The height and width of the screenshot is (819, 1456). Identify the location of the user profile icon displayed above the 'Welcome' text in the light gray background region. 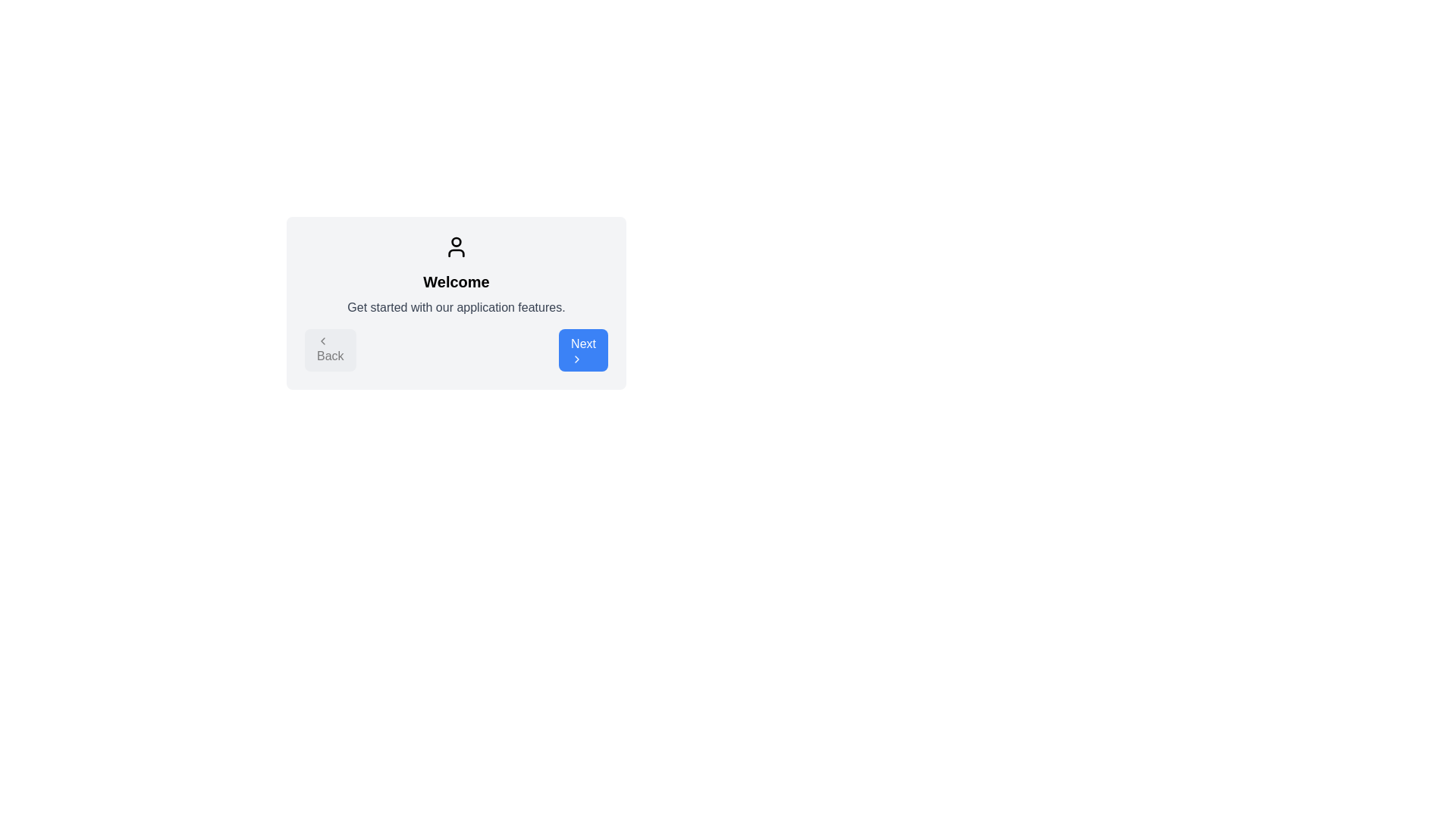
(455, 246).